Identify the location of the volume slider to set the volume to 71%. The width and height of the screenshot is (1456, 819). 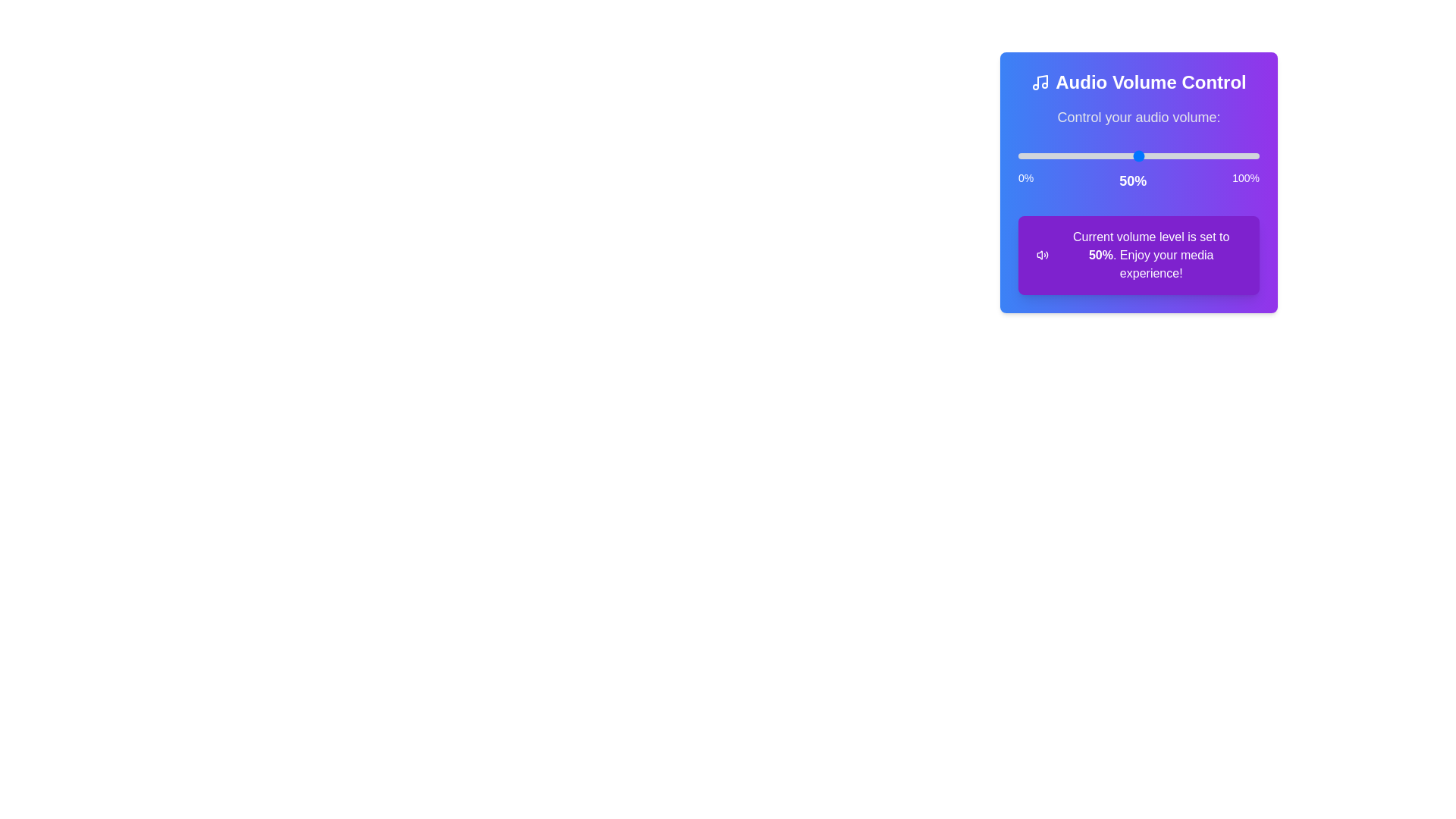
(1188, 155).